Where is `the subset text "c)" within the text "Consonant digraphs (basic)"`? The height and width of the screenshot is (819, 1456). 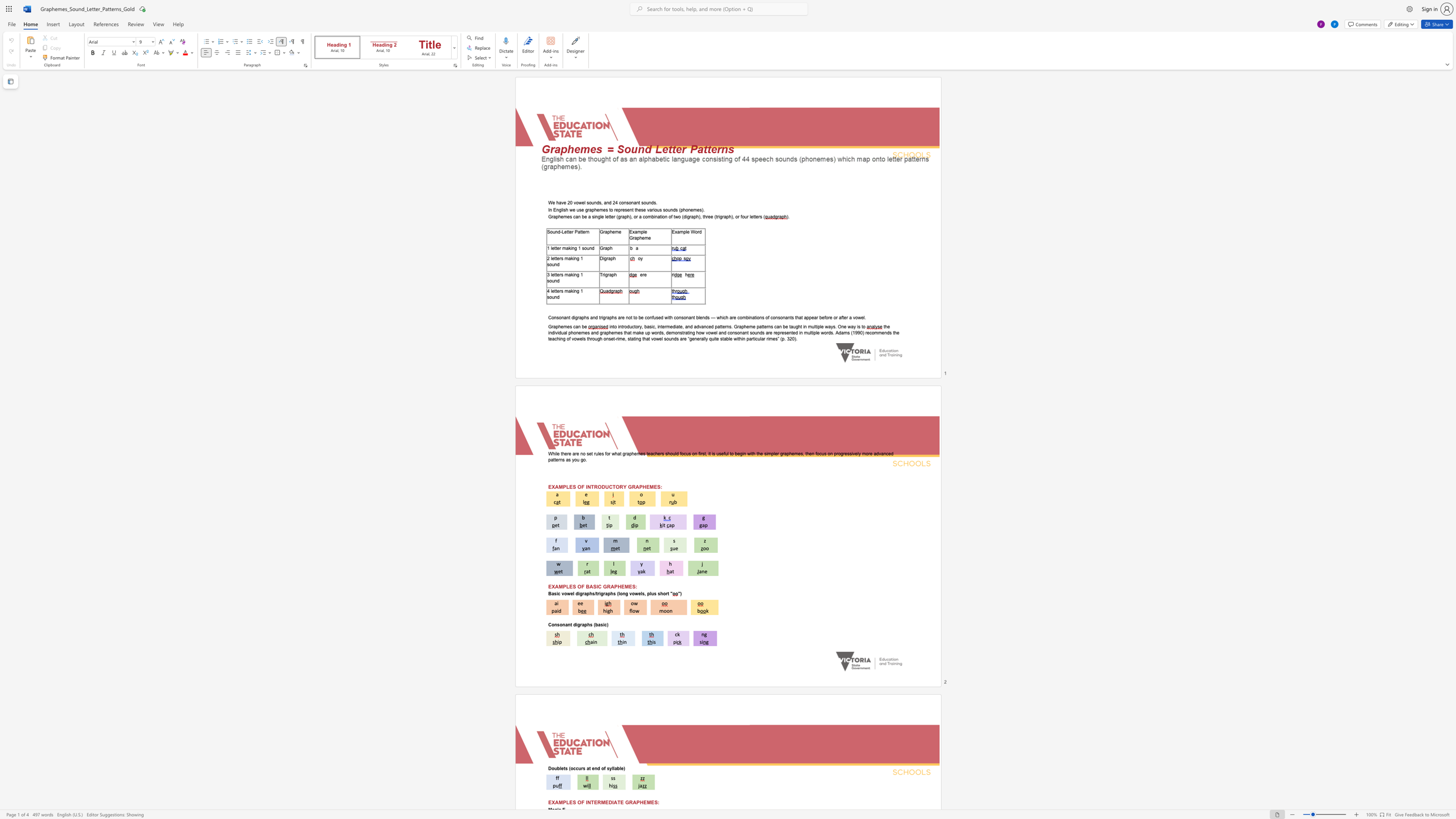
the subset text "c)" within the text "Consonant digraphs (basic)" is located at coordinates (604, 624).